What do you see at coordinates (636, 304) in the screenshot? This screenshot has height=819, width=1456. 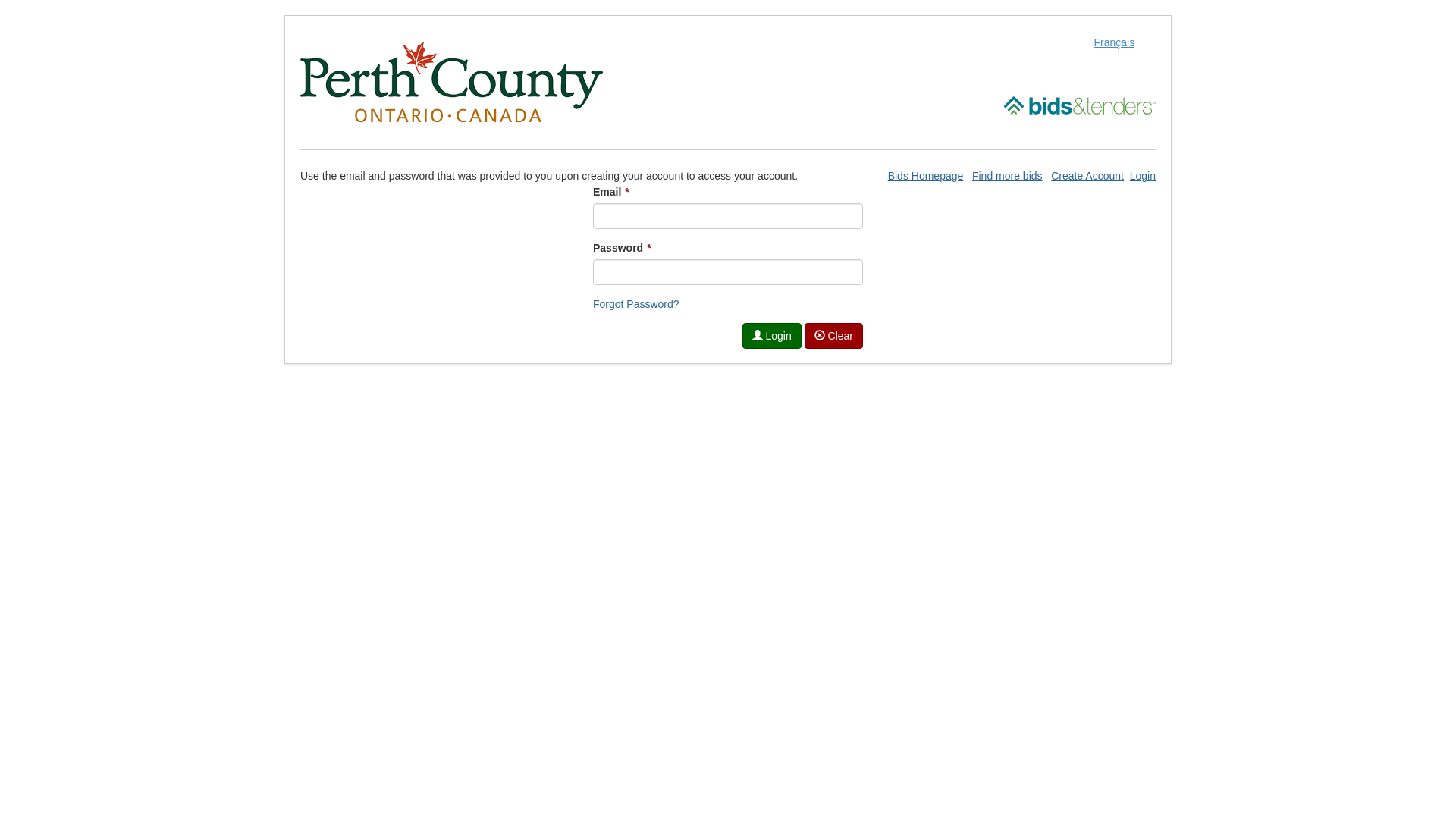 I see `'Forgot Password?'` at bounding box center [636, 304].